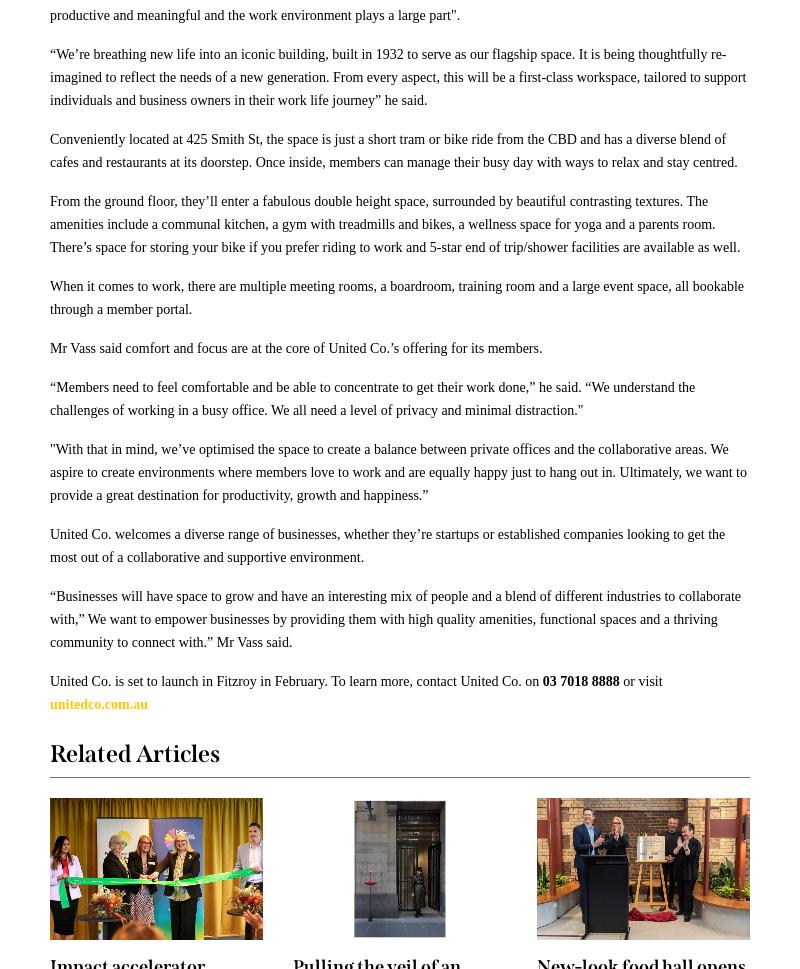  What do you see at coordinates (397, 76) in the screenshot?
I see `'“We’re breathing new life into an iconic building, built in 1932 to serve as our flagship space. It is being thoughtfully re-imagined to reflect the needs of a new generation. From every aspect, this will be a first-class workspace, tailored to support individuals and business owners in their work life journey” he said.'` at bounding box center [397, 76].